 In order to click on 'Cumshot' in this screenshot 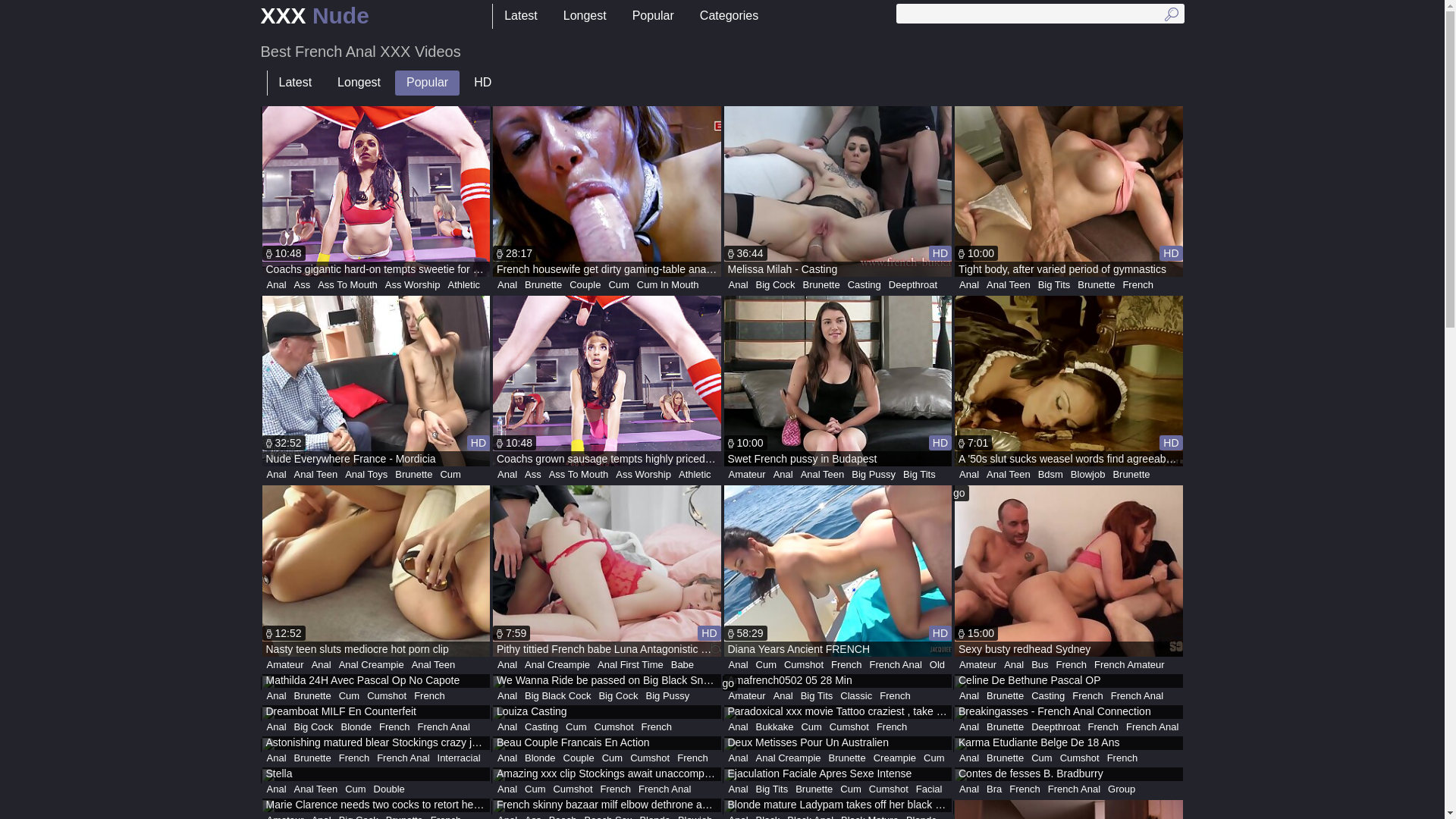, I will do `click(650, 758)`.